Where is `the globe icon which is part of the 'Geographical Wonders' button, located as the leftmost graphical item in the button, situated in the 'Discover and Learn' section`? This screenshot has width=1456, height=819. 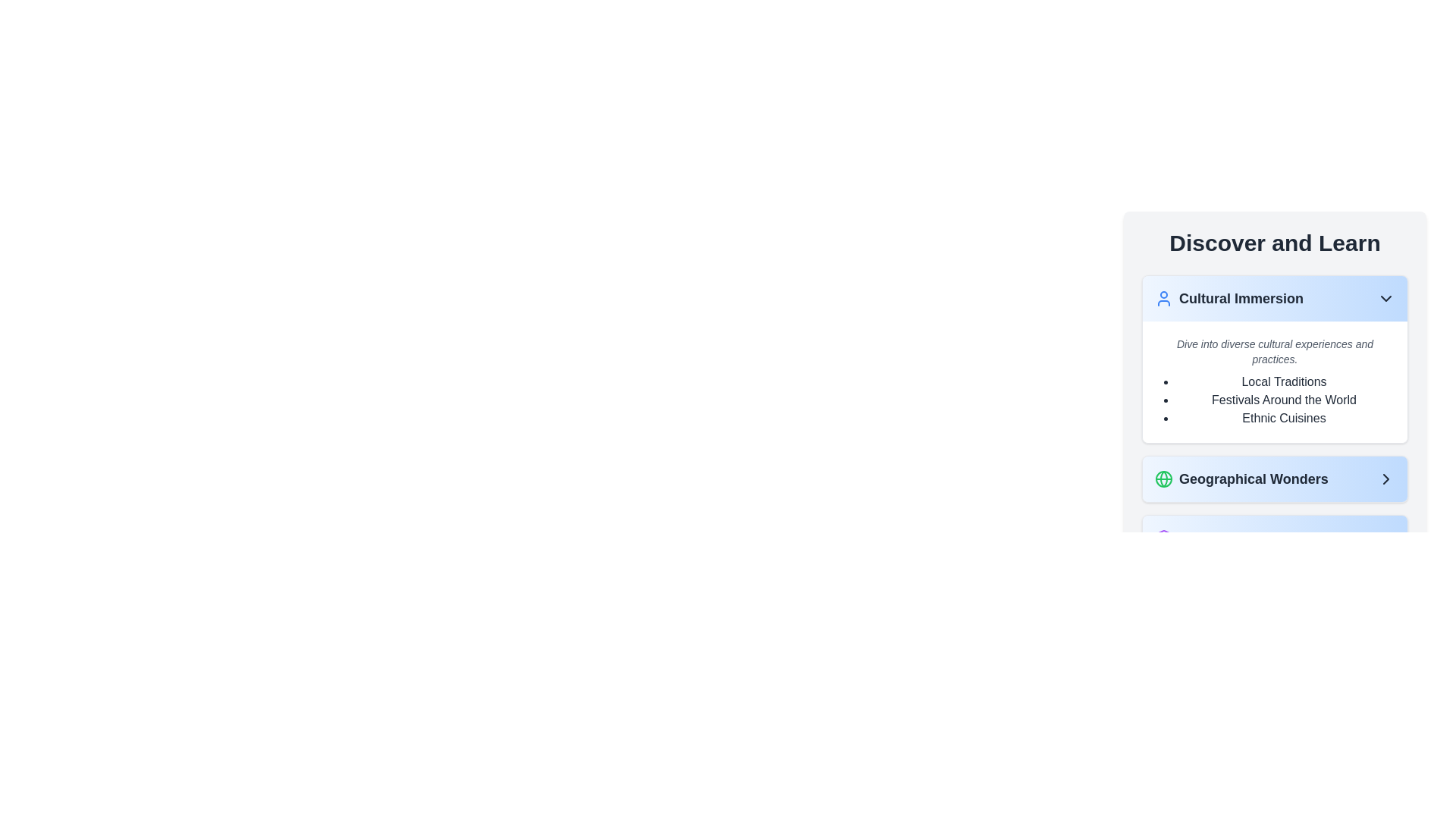 the globe icon which is part of the 'Geographical Wonders' button, located as the leftmost graphical item in the button, situated in the 'Discover and Learn' section is located at coordinates (1163, 479).